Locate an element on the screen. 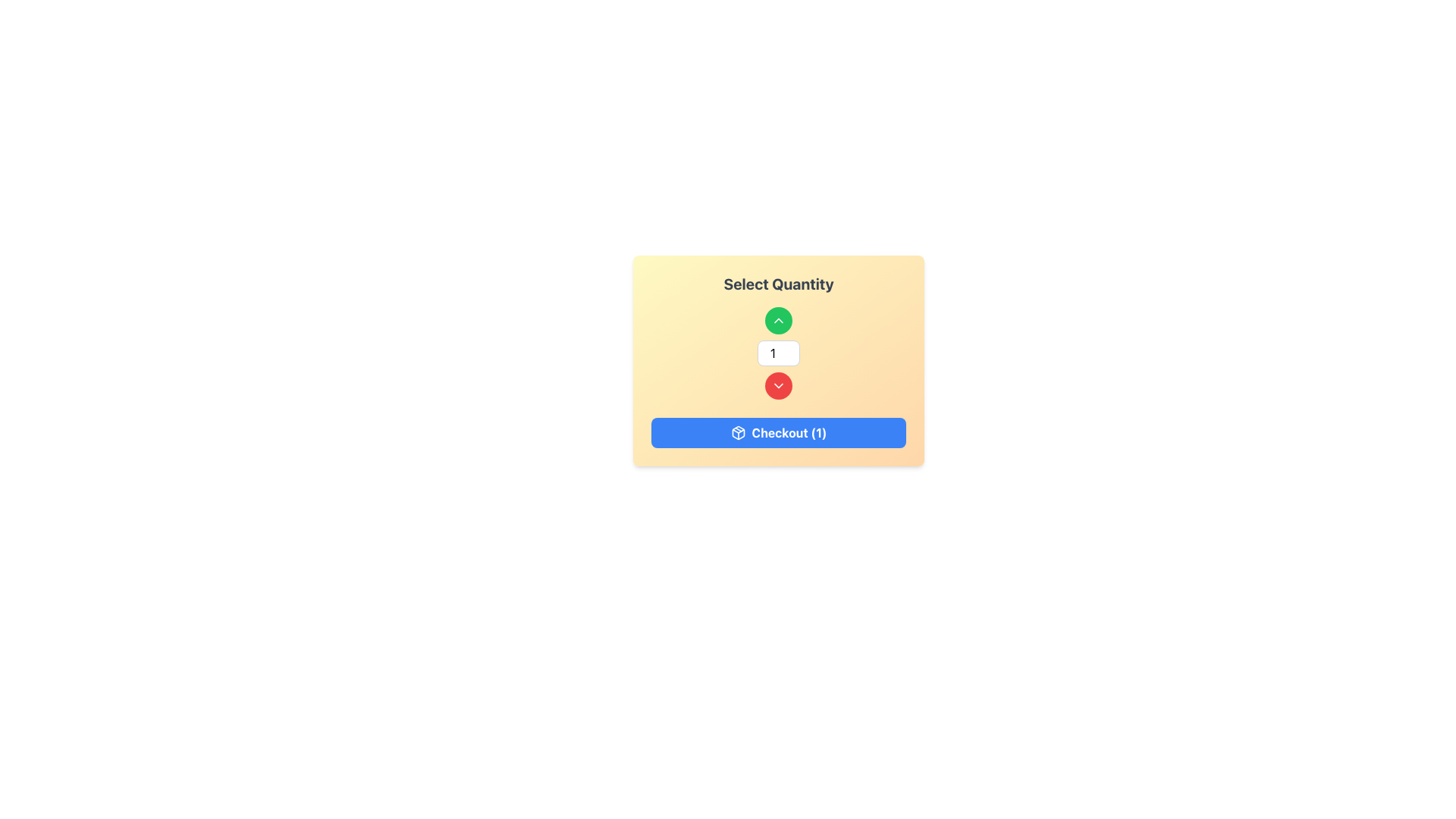  the Number Input Field, which is a horizontally-aligned rectangular input box with a white background and rounded corners is located at coordinates (779, 353).